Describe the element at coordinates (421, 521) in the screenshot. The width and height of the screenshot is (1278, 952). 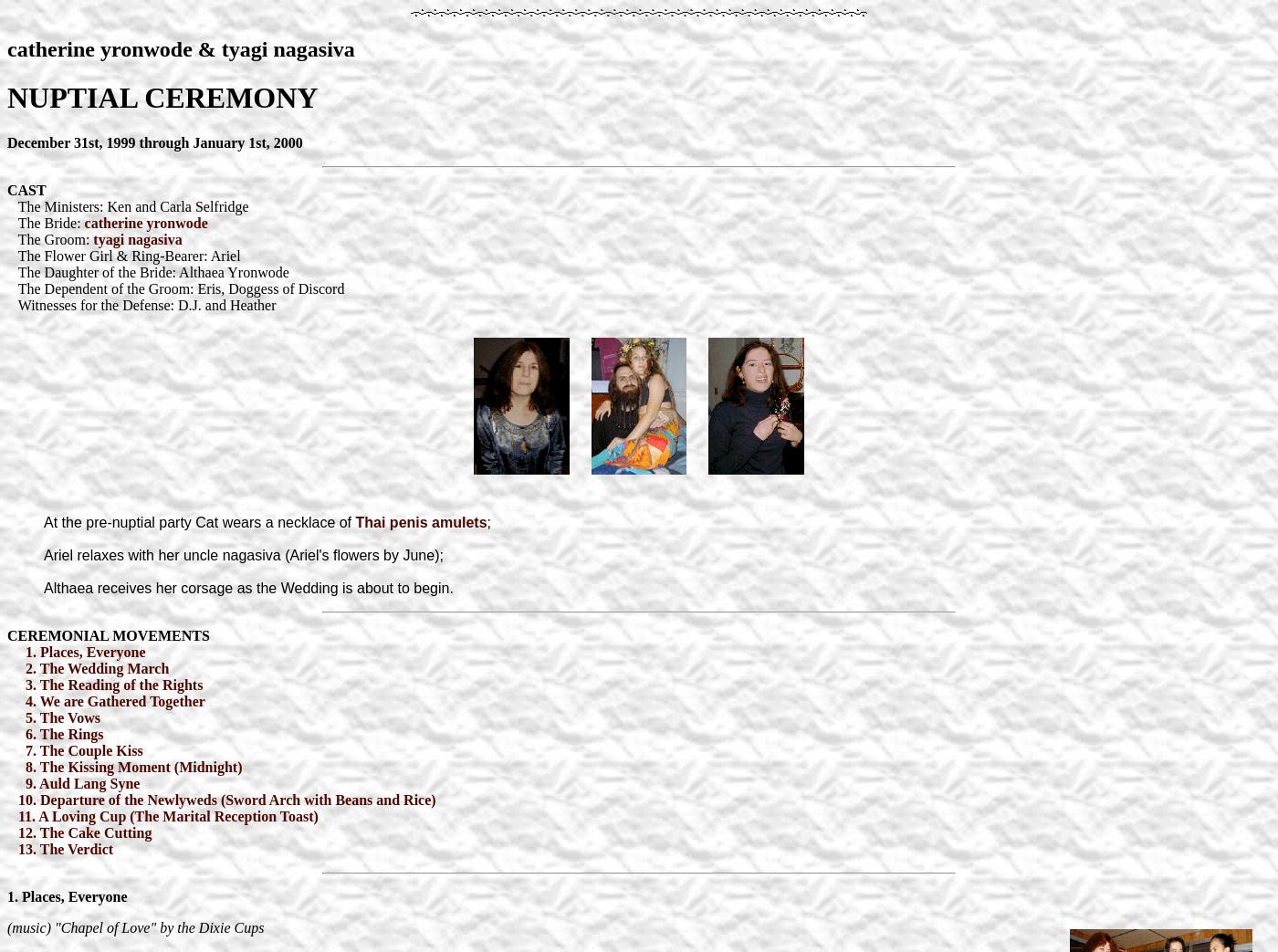
I see `'Thai penis amulets'` at that location.